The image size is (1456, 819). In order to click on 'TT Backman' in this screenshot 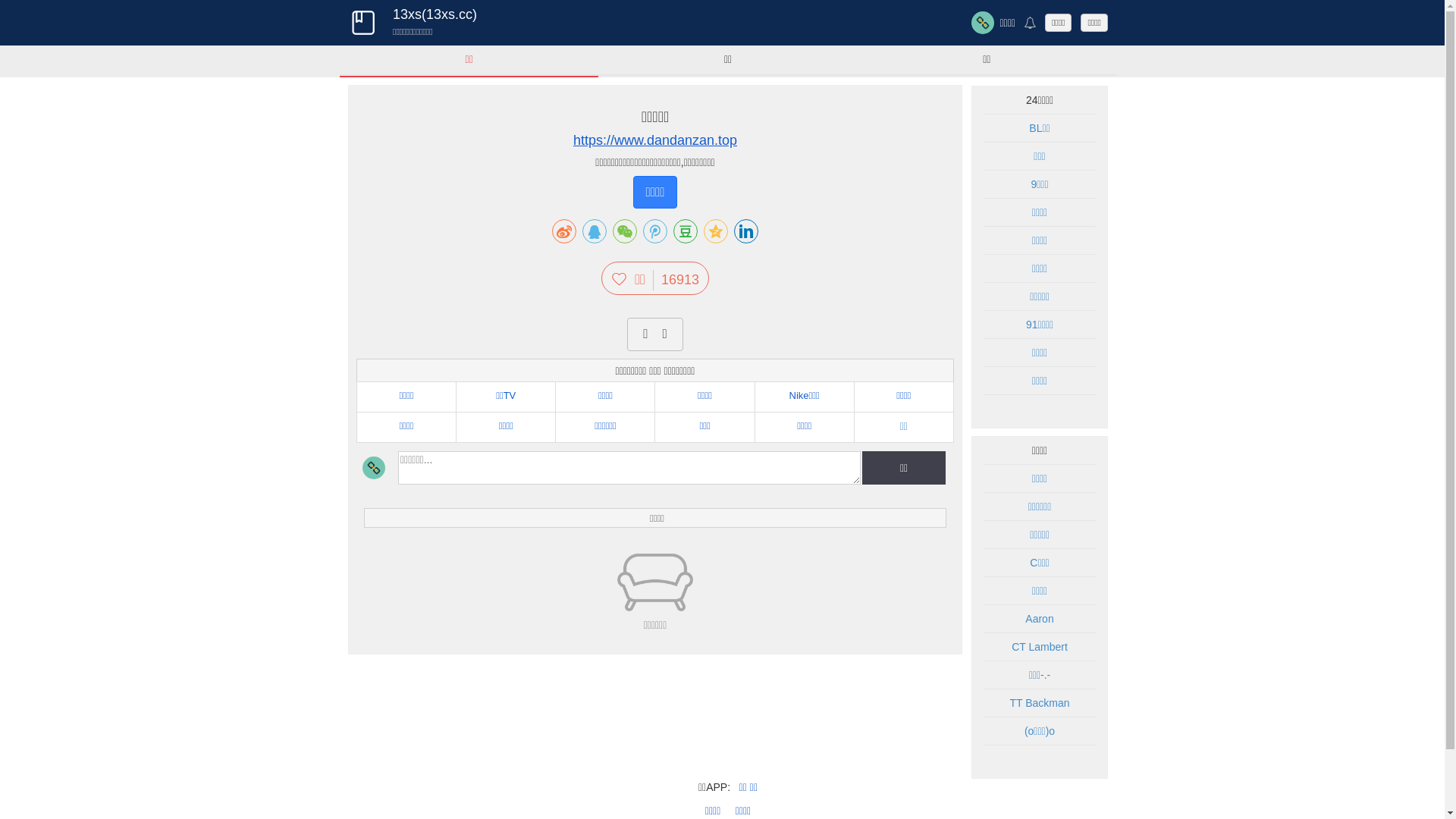, I will do `click(1038, 702)`.